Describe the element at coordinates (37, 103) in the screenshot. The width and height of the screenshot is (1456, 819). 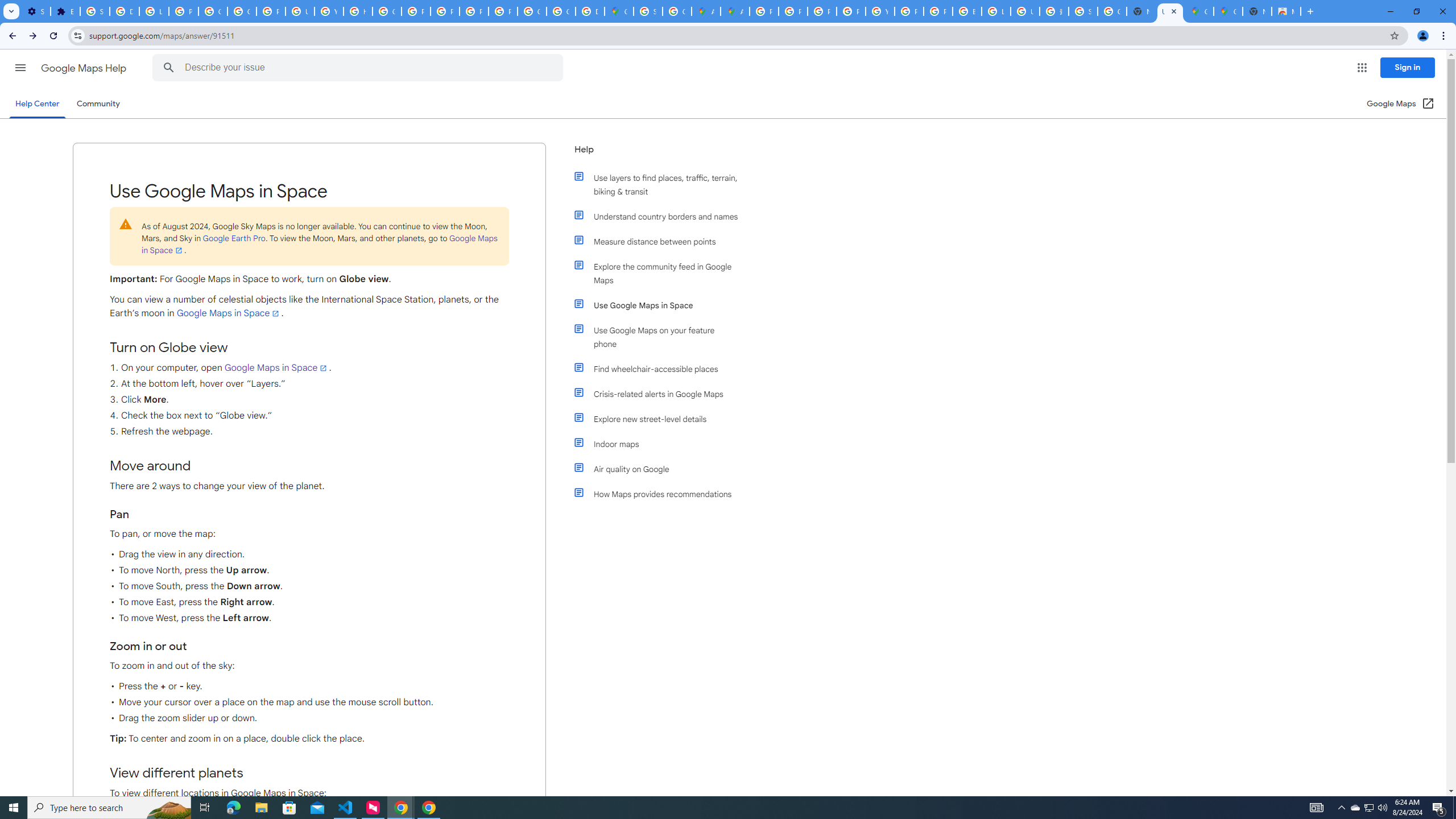
I see `'Help Center'` at that location.